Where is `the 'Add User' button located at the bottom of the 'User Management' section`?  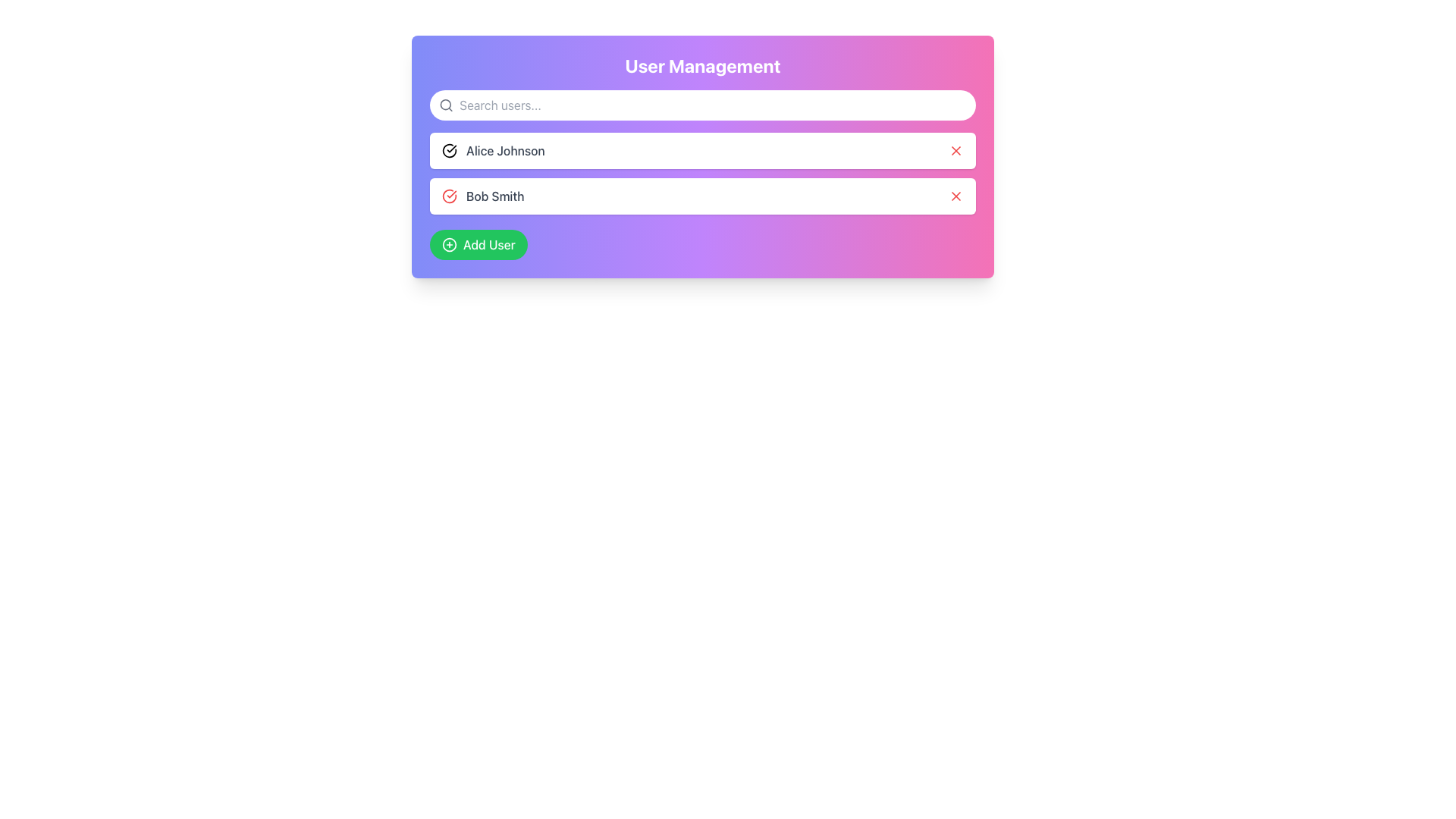
the 'Add User' button located at the bottom of the 'User Management' section is located at coordinates (478, 244).